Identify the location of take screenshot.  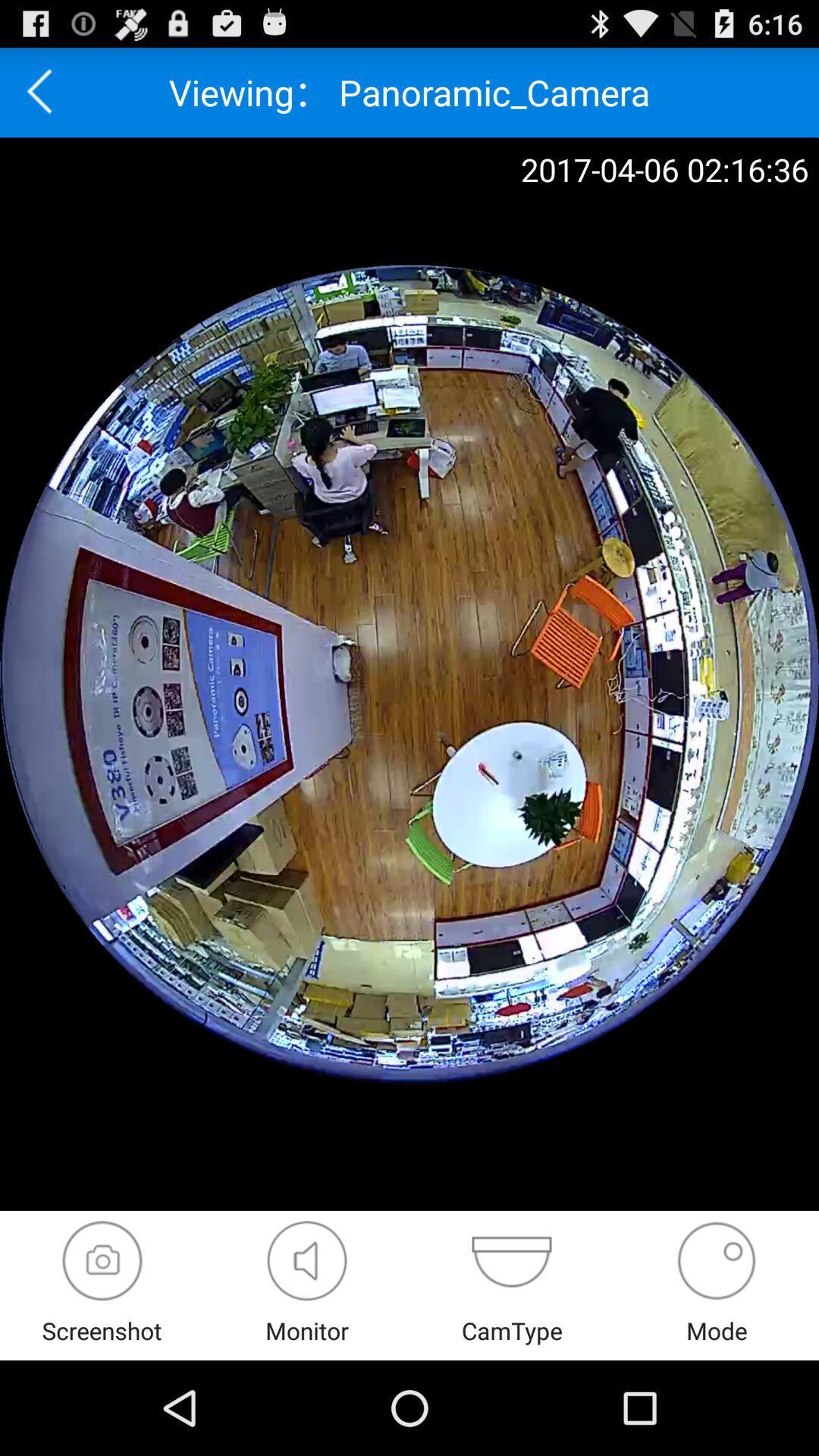
(102, 1260).